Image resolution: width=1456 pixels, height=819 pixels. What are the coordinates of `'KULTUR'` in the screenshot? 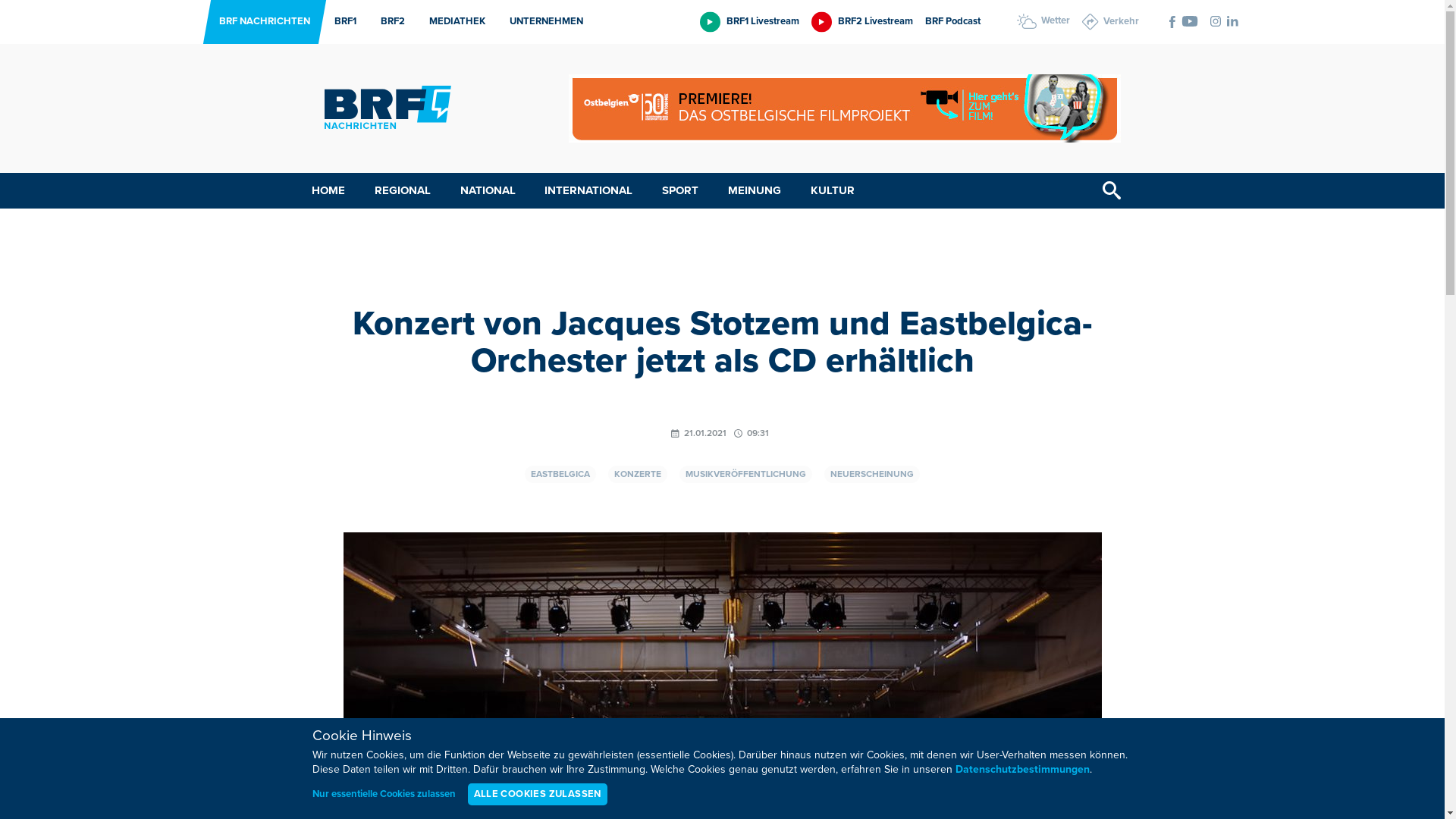 It's located at (832, 190).